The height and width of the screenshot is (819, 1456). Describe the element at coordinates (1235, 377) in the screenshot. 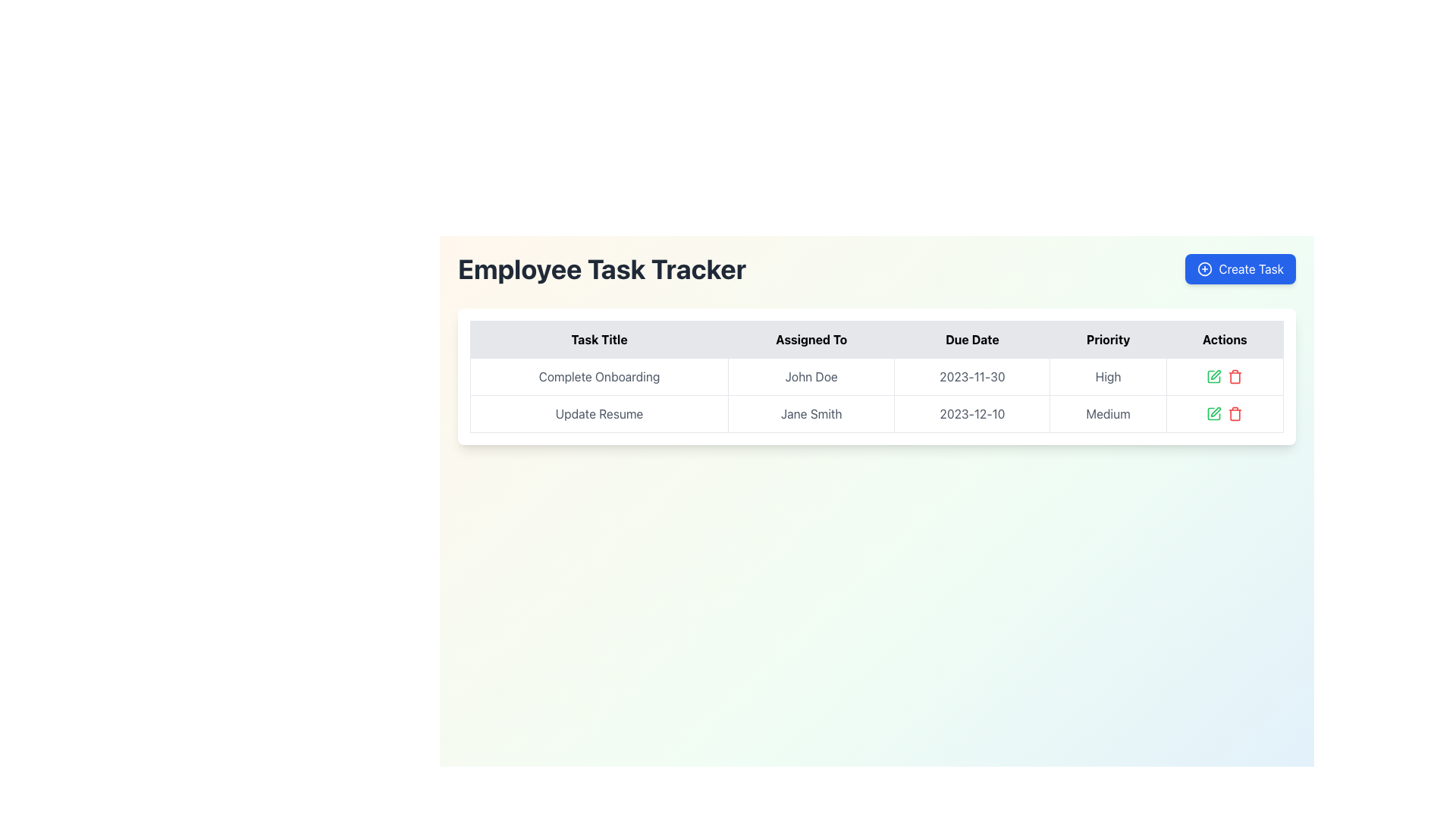

I see `the trash can icon in the 'Actions' column of the second row of the task table` at that location.